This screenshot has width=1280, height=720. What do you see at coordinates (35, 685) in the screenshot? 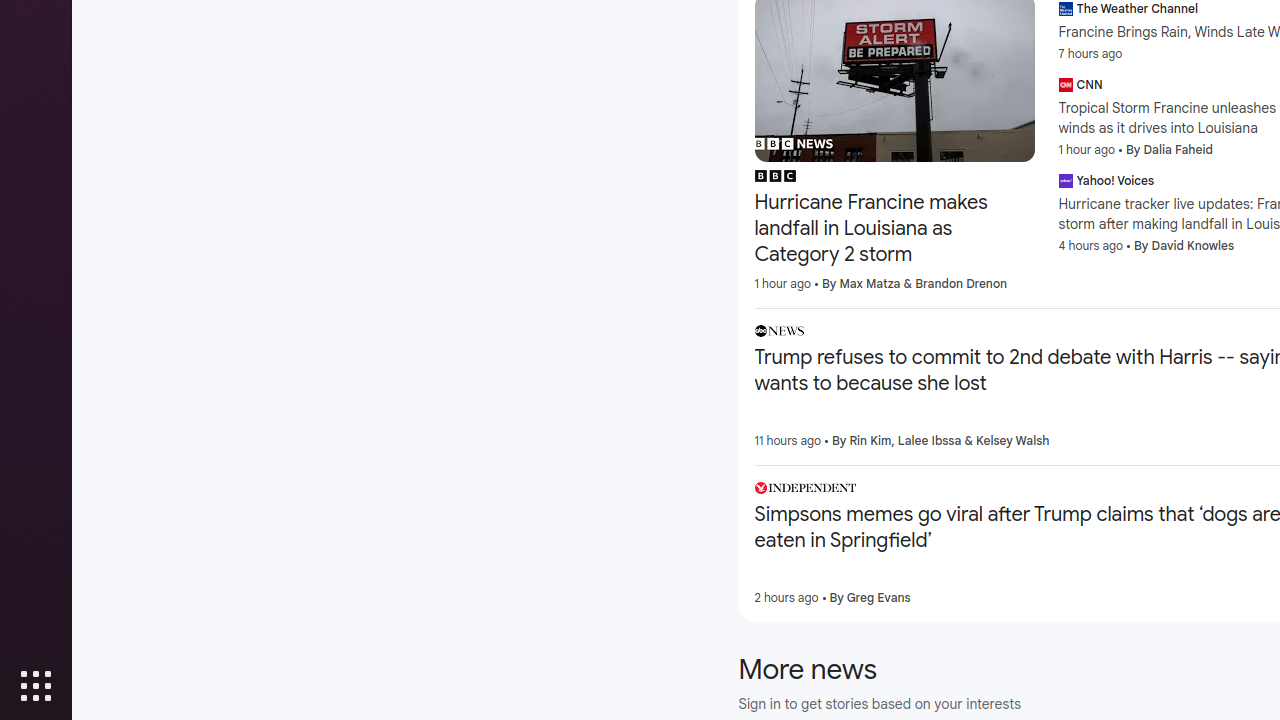
I see `'Show Applications'` at bounding box center [35, 685].